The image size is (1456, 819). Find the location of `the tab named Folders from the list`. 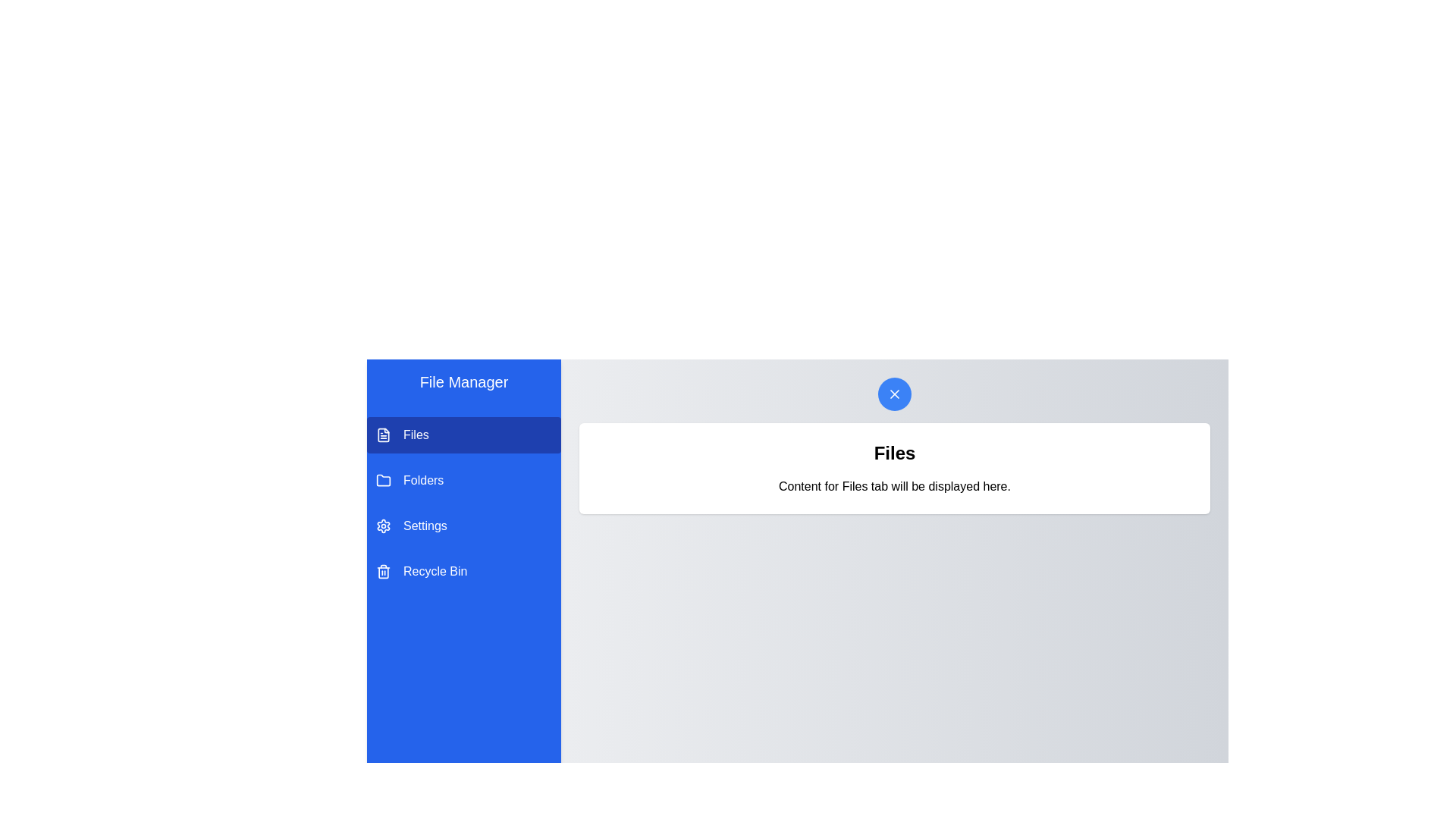

the tab named Folders from the list is located at coordinates (463, 480).